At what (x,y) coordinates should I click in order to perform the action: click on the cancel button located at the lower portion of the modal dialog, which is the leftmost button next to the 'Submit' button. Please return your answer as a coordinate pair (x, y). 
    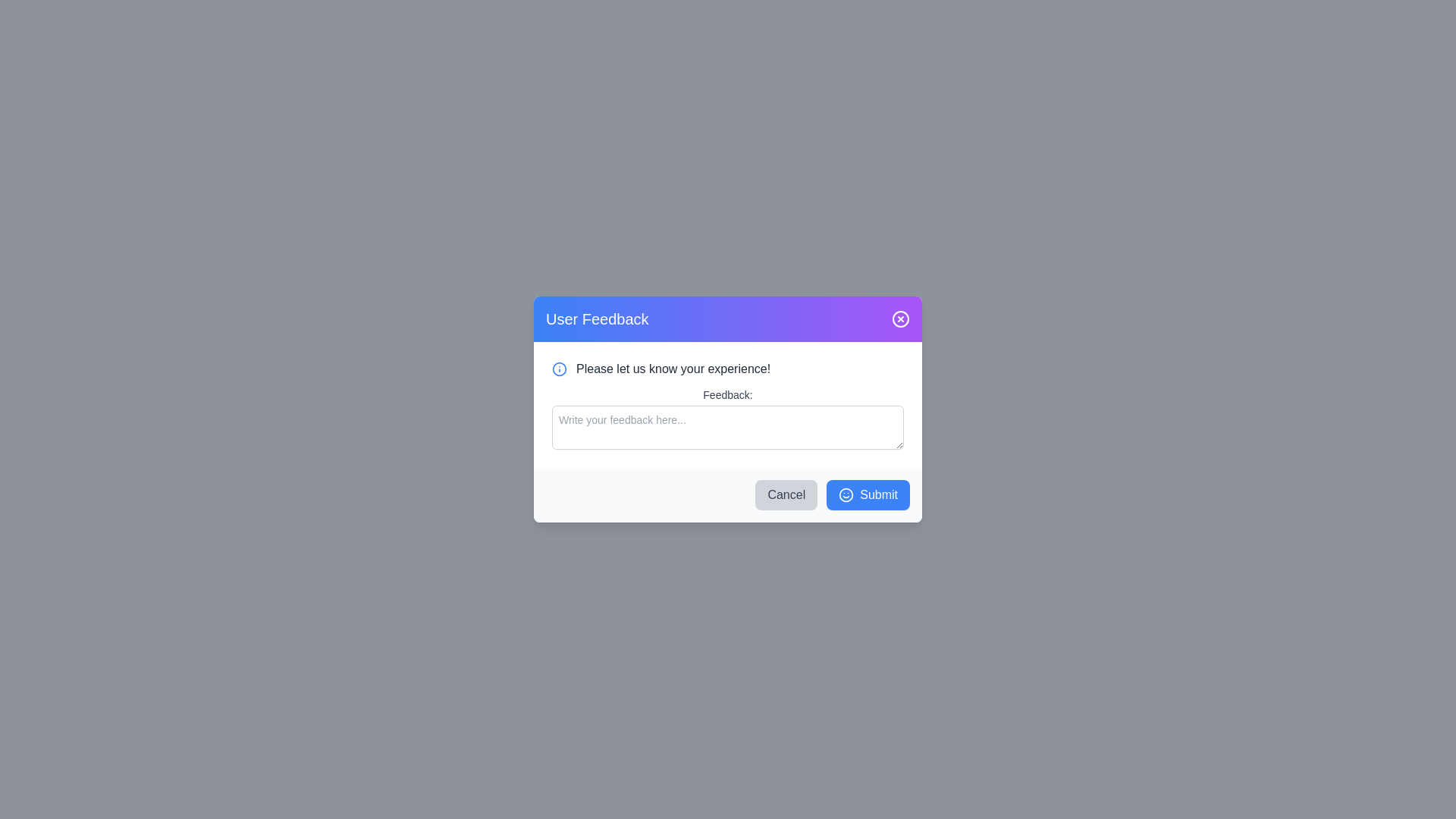
    Looking at the image, I should click on (786, 494).